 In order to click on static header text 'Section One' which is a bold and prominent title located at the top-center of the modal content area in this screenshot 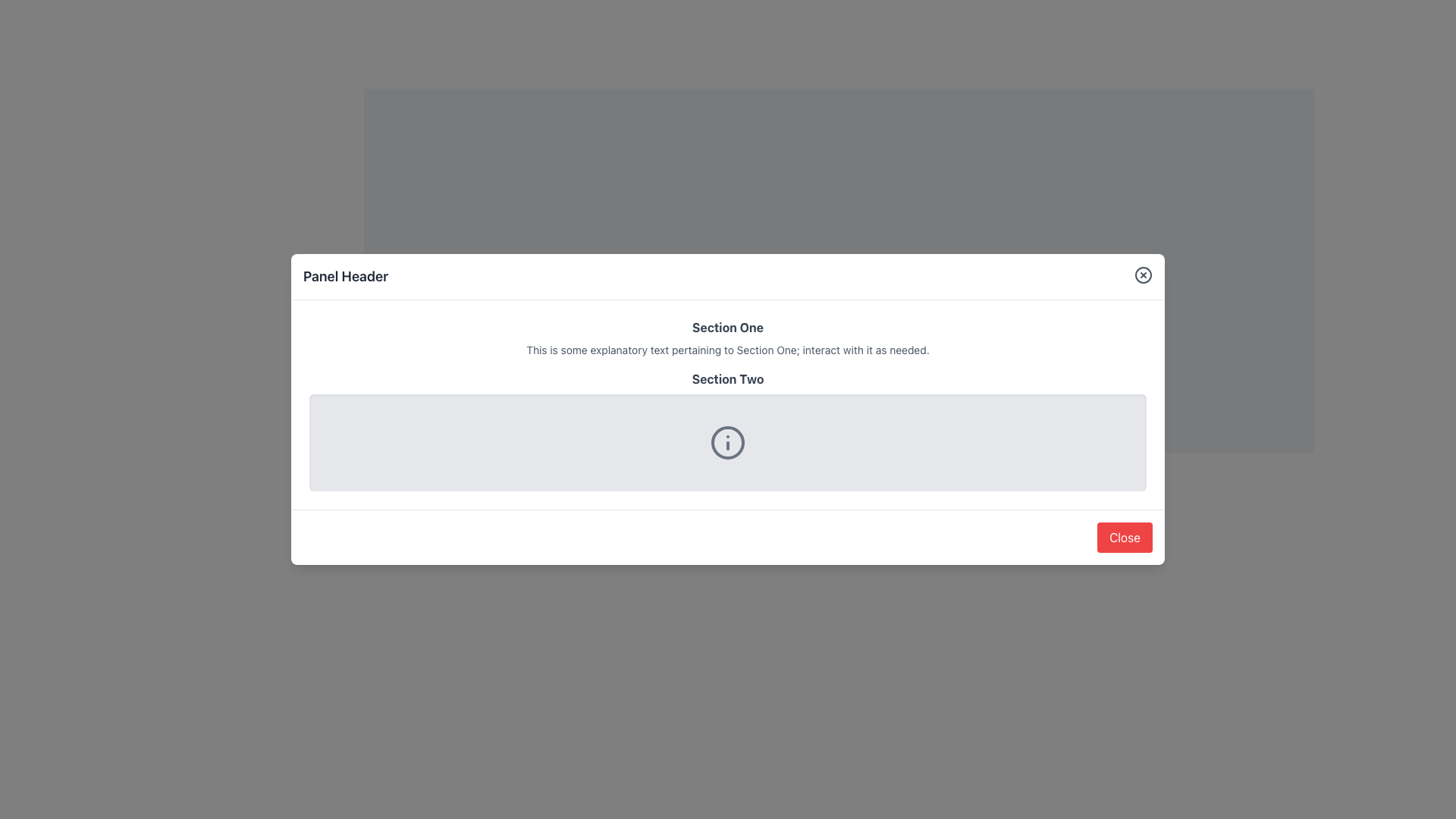, I will do `click(728, 327)`.